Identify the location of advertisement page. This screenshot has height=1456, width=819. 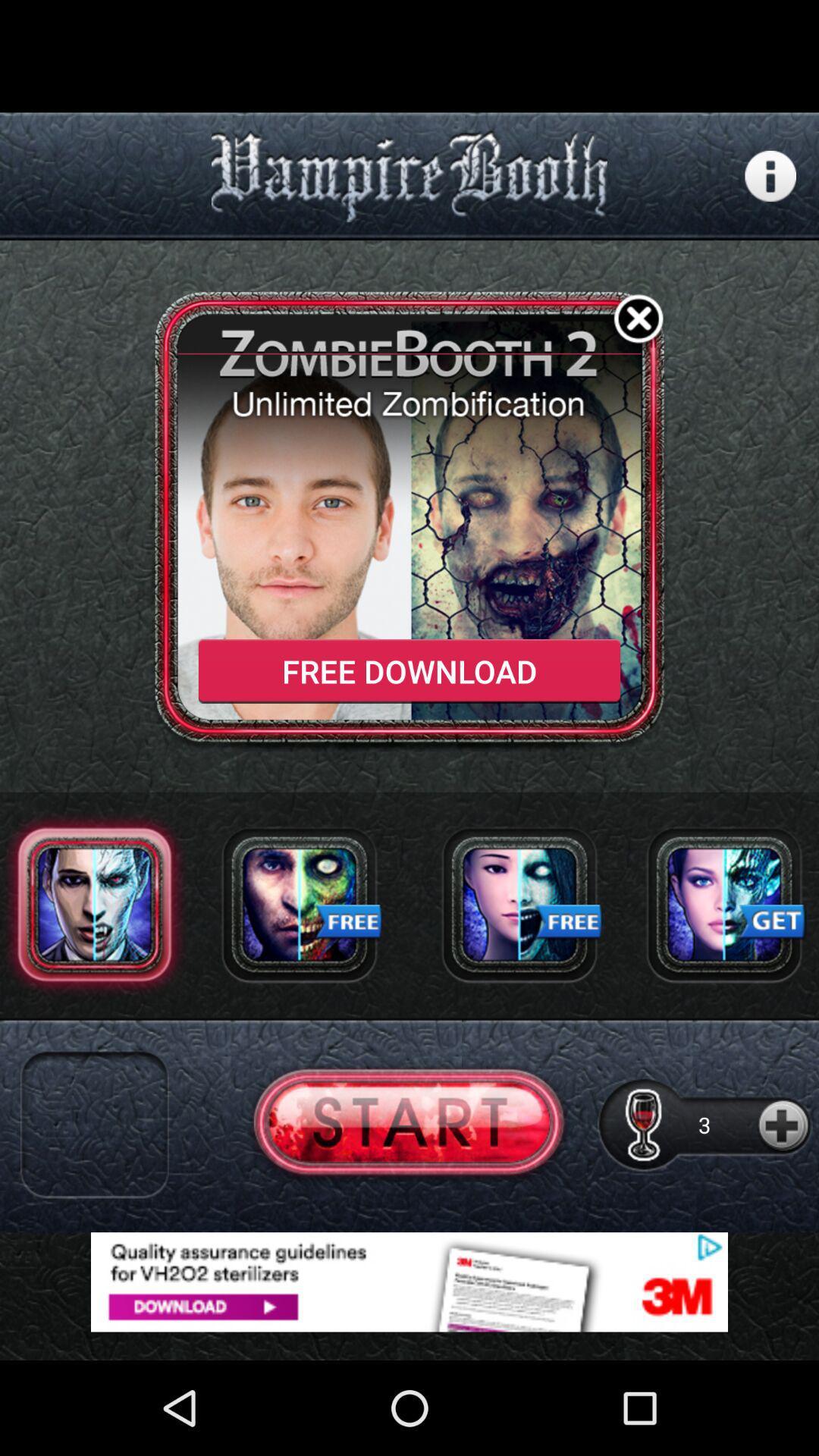
(409, 1281).